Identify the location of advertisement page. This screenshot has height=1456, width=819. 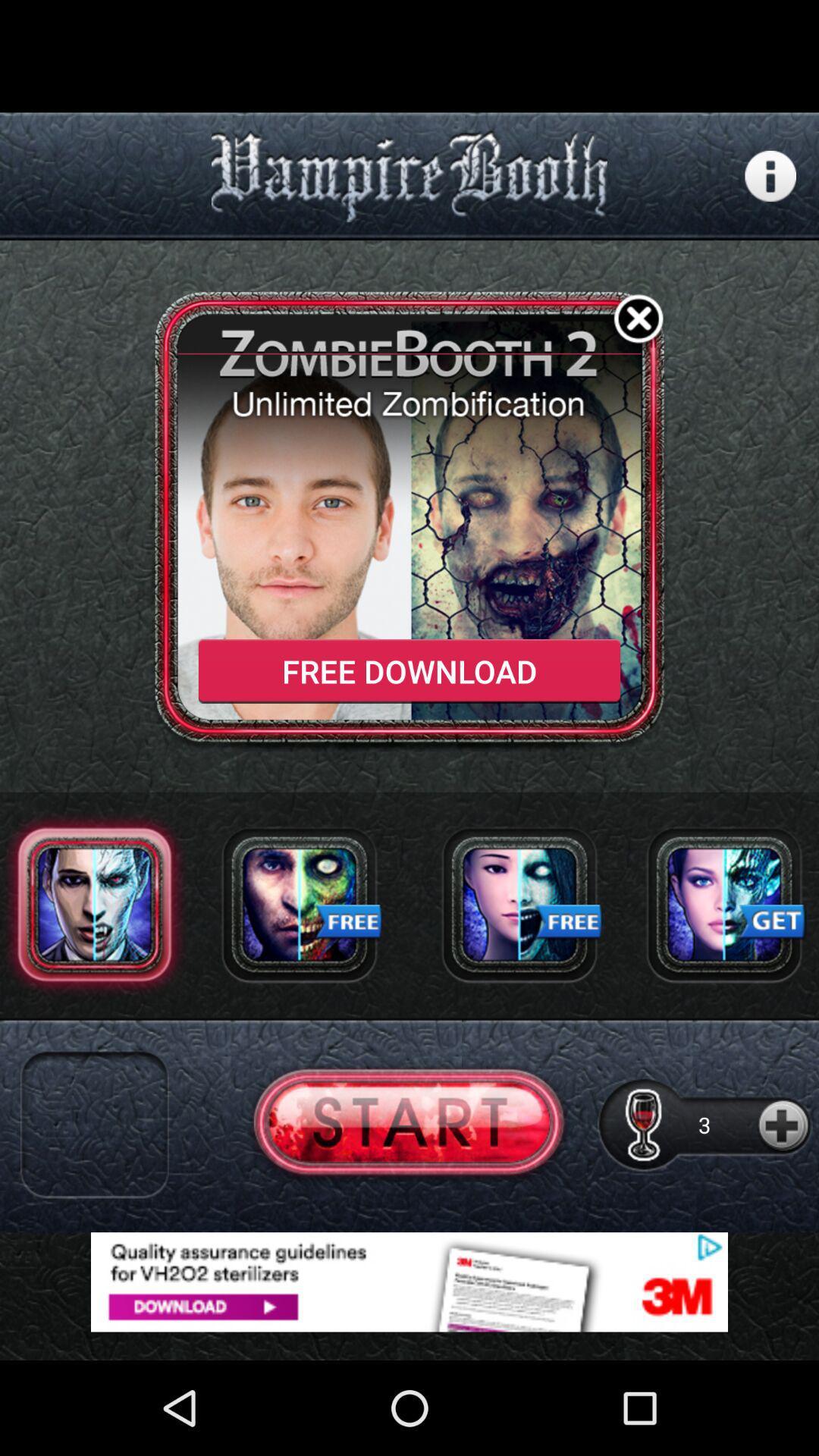
(409, 1281).